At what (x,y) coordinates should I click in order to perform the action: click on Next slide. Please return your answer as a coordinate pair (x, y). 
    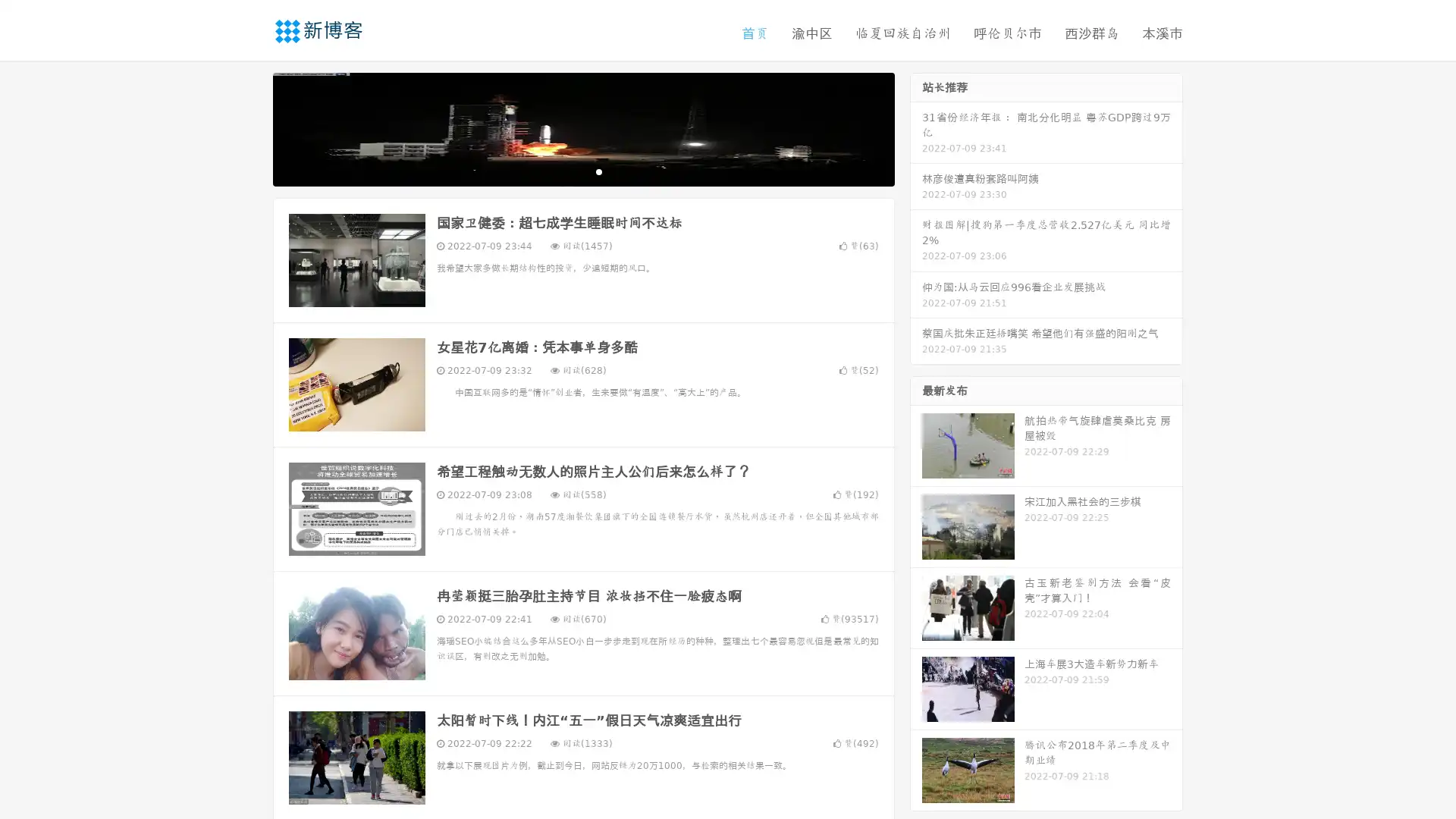
    Looking at the image, I should click on (916, 127).